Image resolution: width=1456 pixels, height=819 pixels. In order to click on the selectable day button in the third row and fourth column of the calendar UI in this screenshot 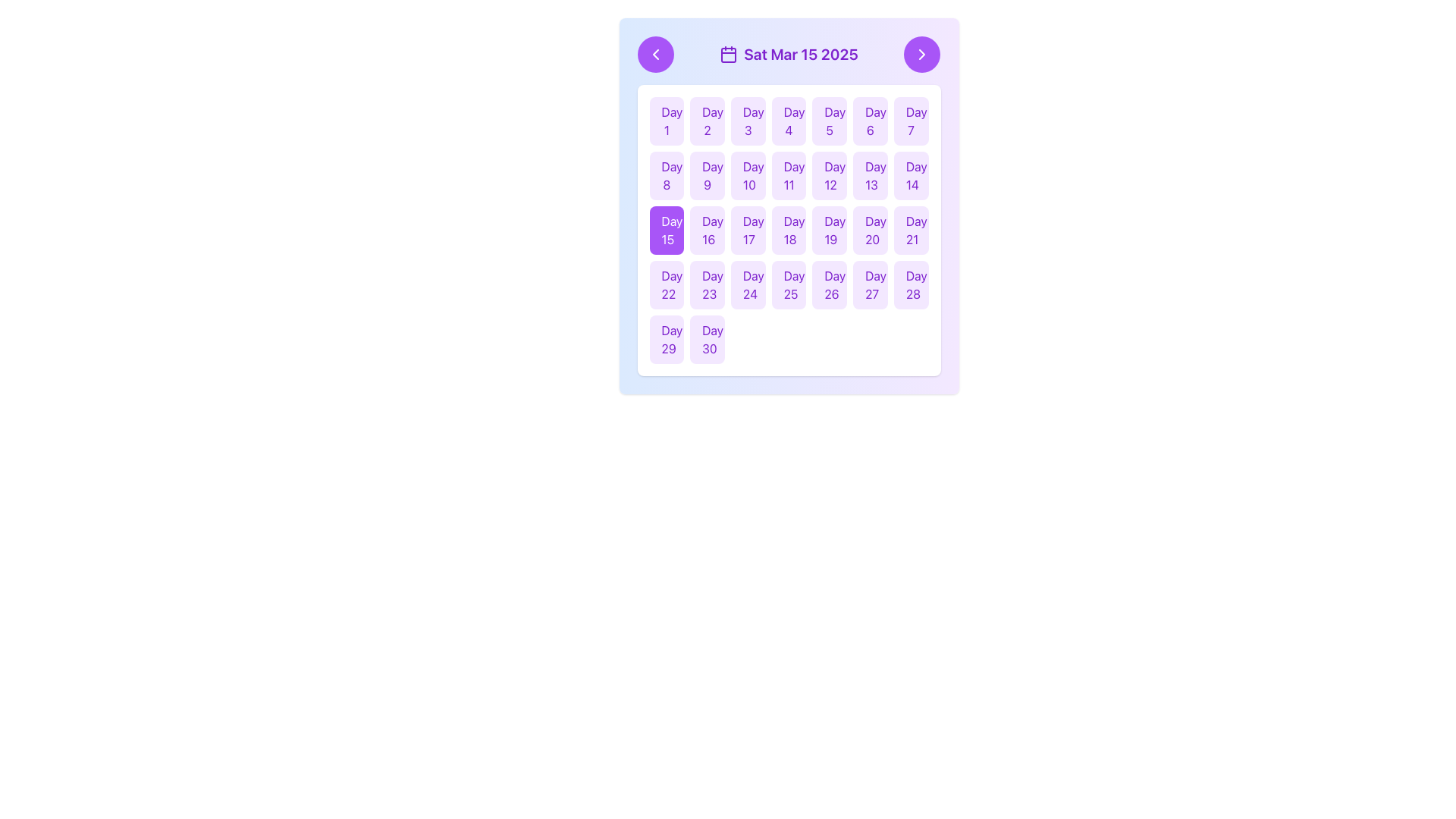, I will do `click(789, 206)`.